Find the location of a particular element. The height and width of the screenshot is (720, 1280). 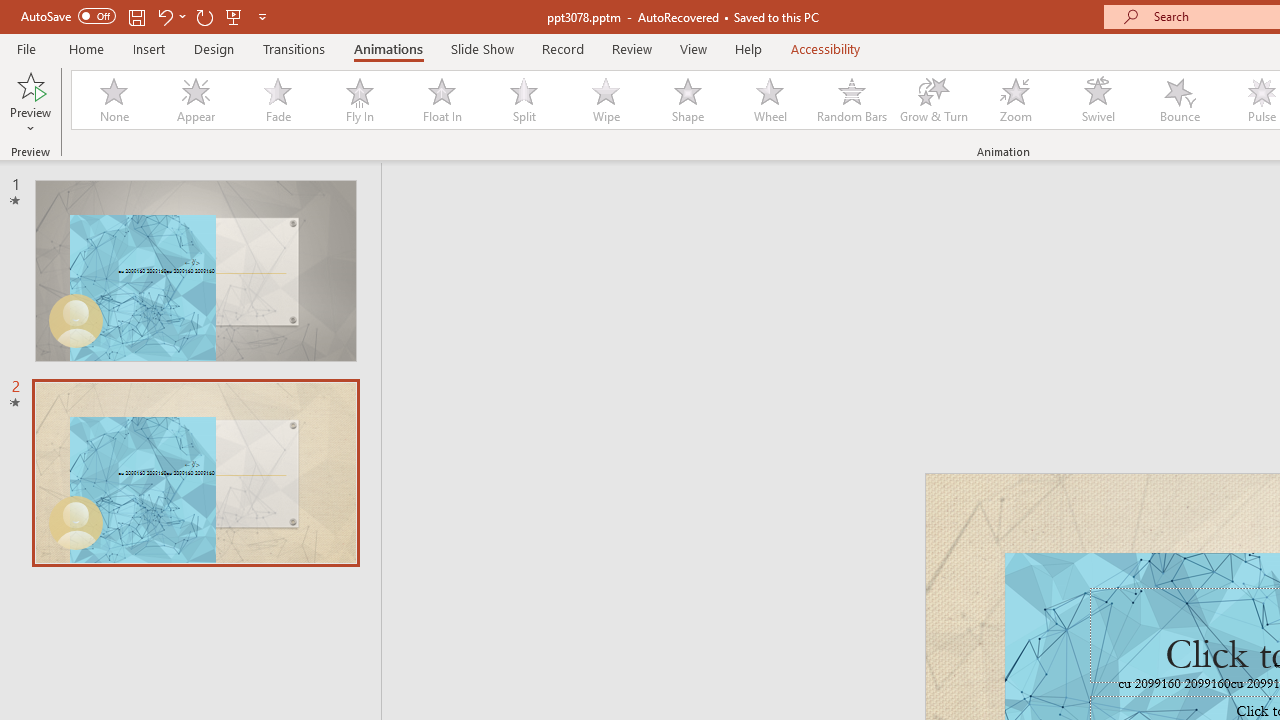

'Fade' is located at coordinates (276, 100).